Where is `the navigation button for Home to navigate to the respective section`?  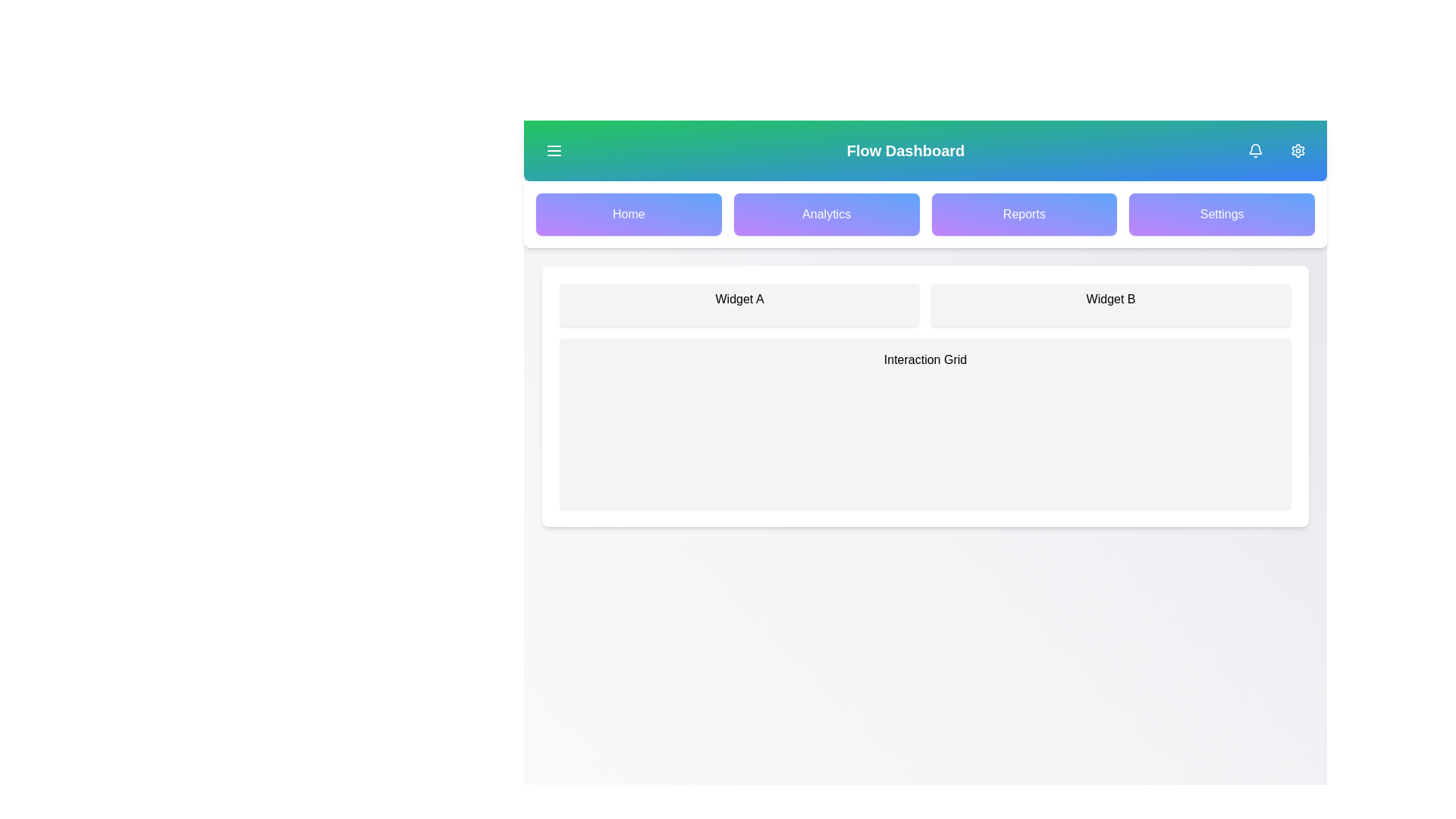
the navigation button for Home to navigate to the respective section is located at coordinates (629, 214).